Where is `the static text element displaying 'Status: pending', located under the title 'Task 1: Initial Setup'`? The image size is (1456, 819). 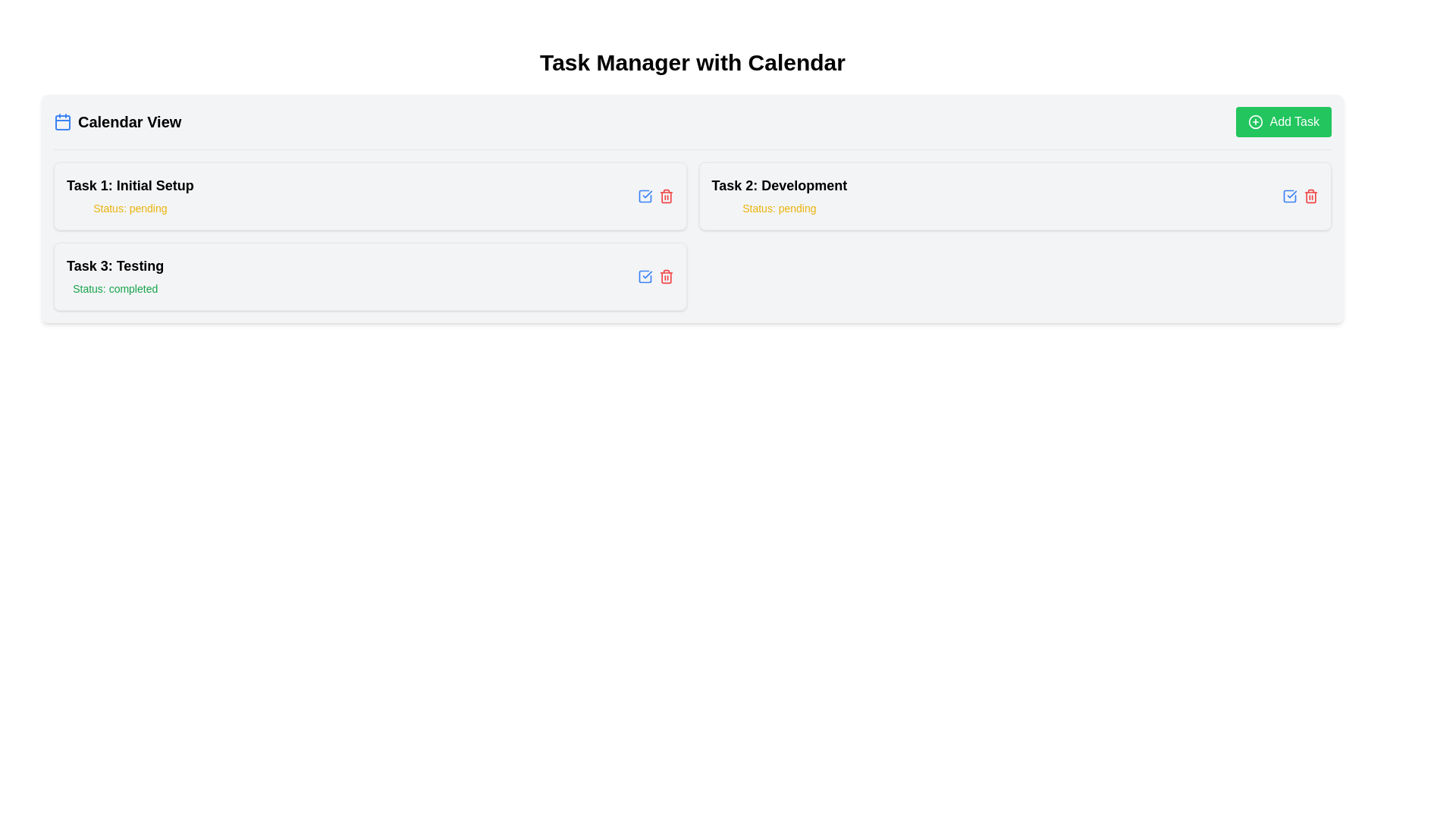
the static text element displaying 'Status: pending', located under the title 'Task 1: Initial Setup' is located at coordinates (130, 208).